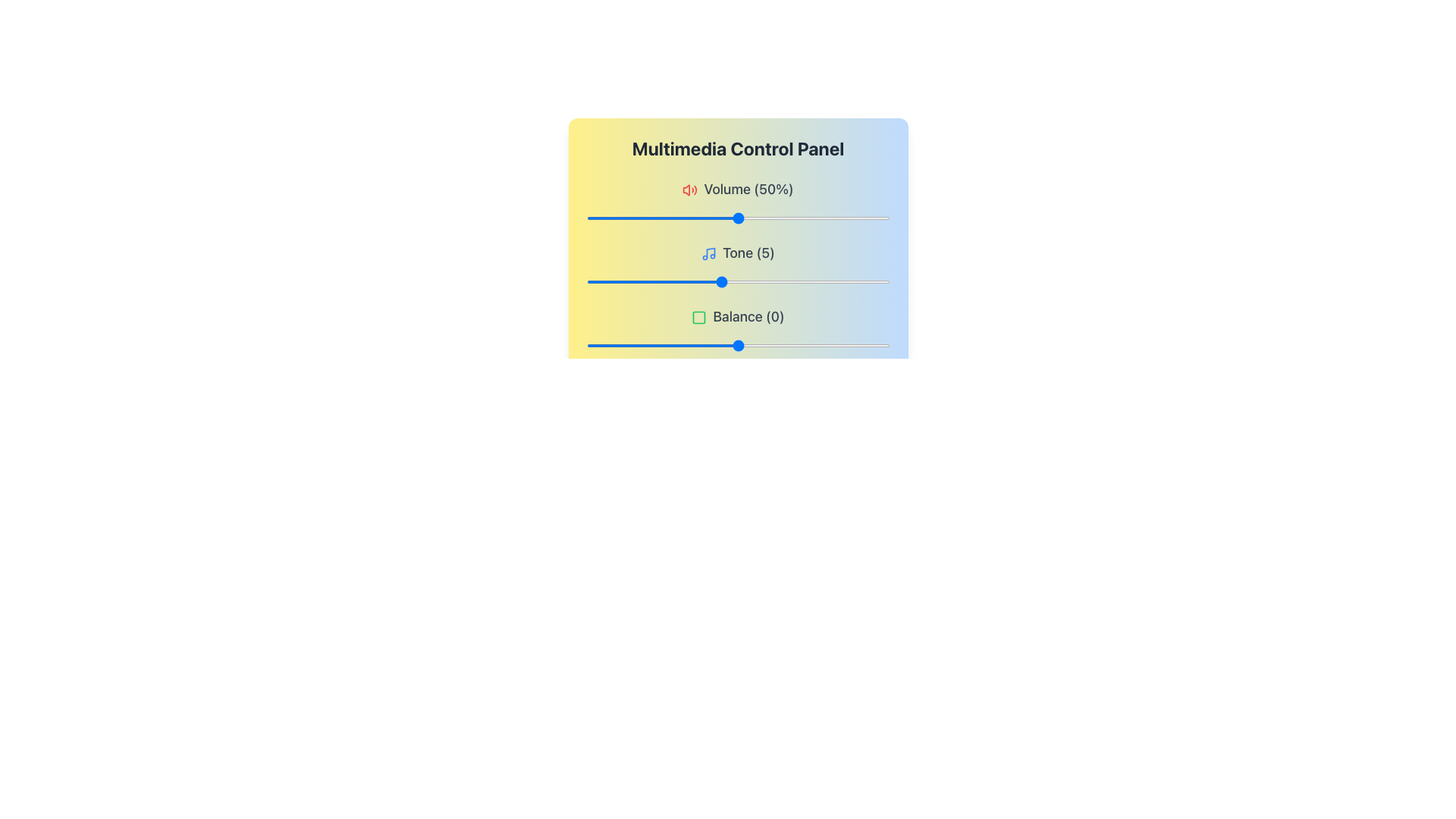 The height and width of the screenshot is (819, 1456). I want to click on the tone value, so click(585, 281).